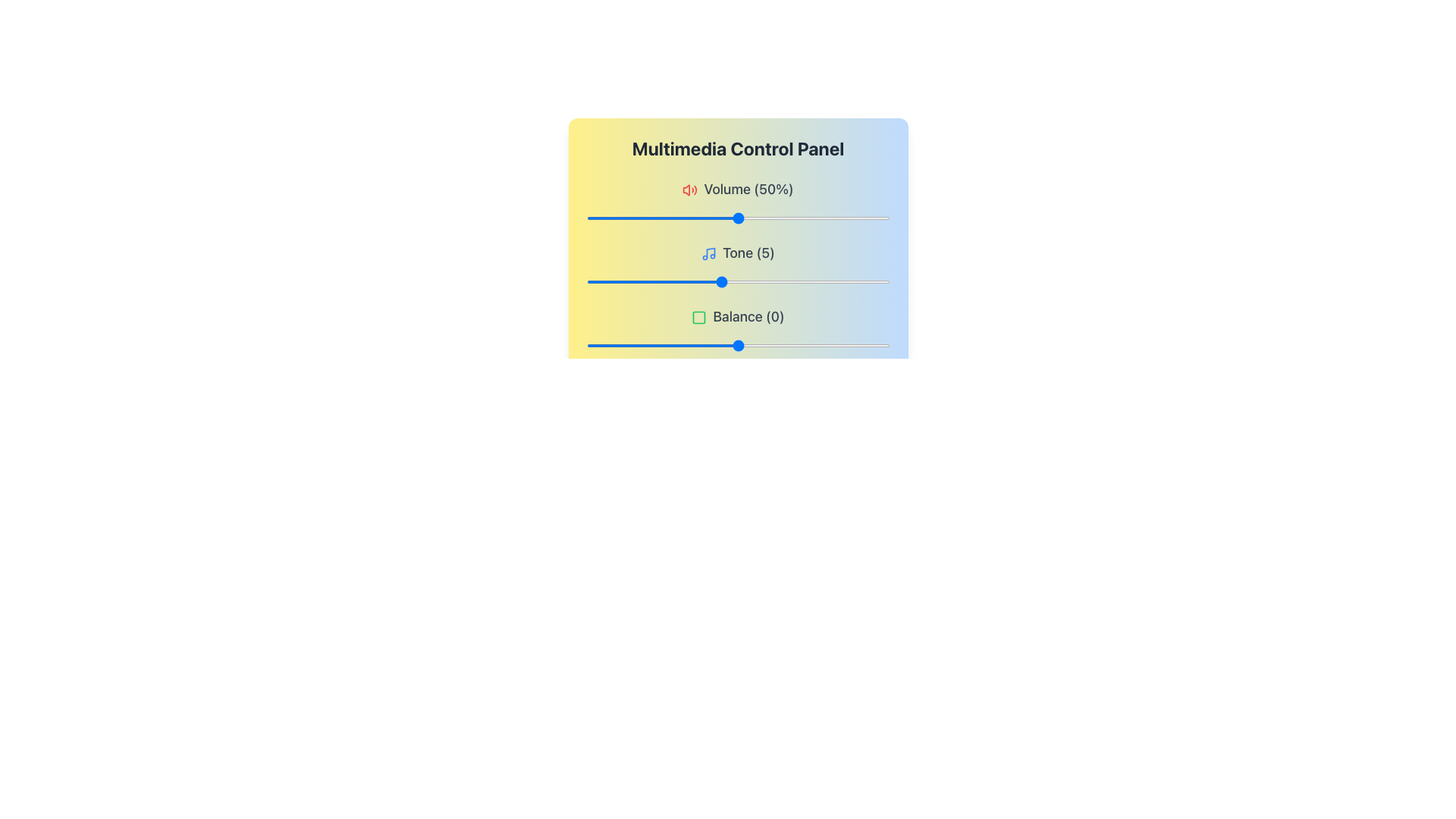 The height and width of the screenshot is (819, 1456). I want to click on the tone value, so click(585, 281).